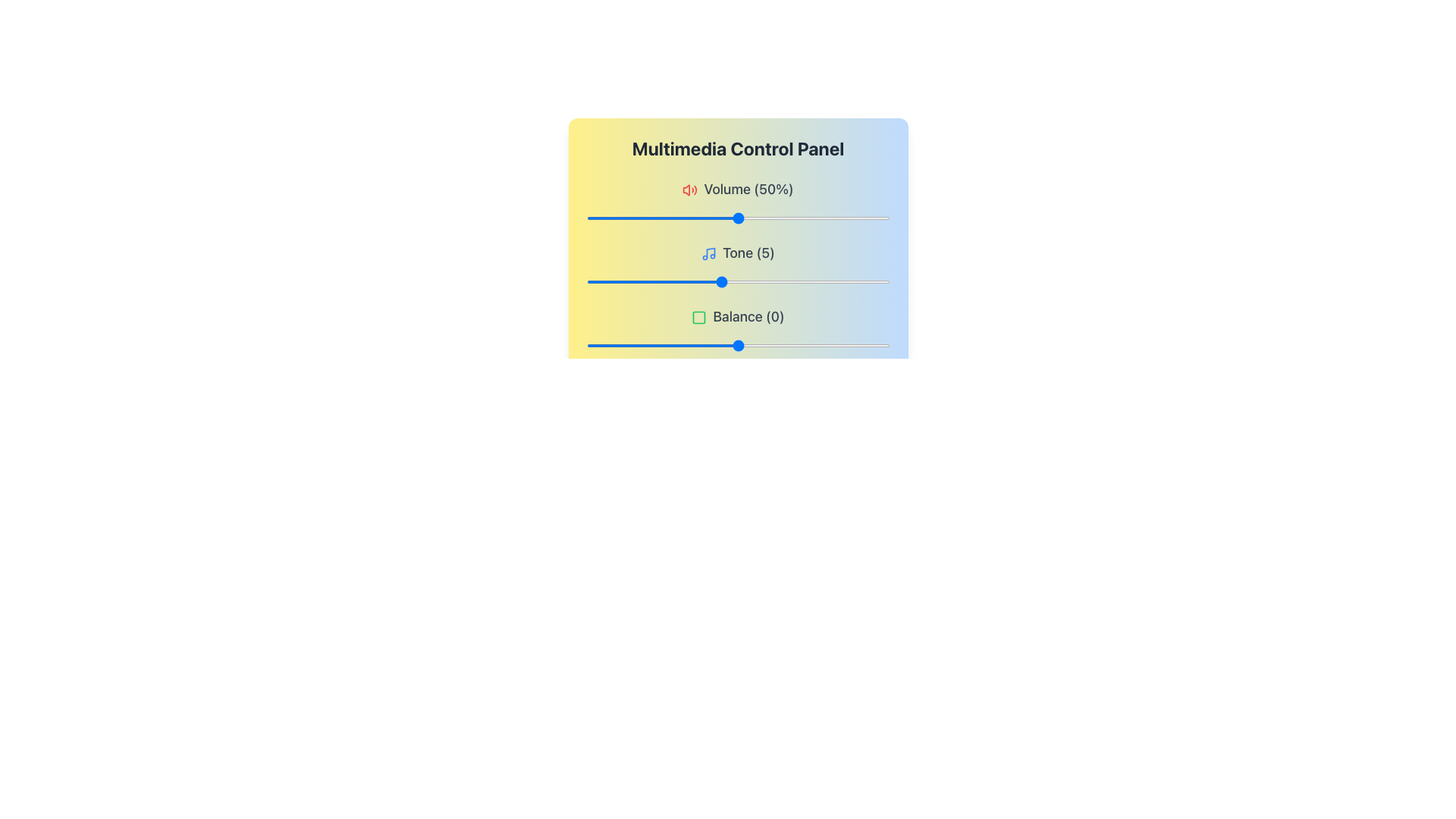 The height and width of the screenshot is (819, 1456). I want to click on the tone value, so click(585, 281).